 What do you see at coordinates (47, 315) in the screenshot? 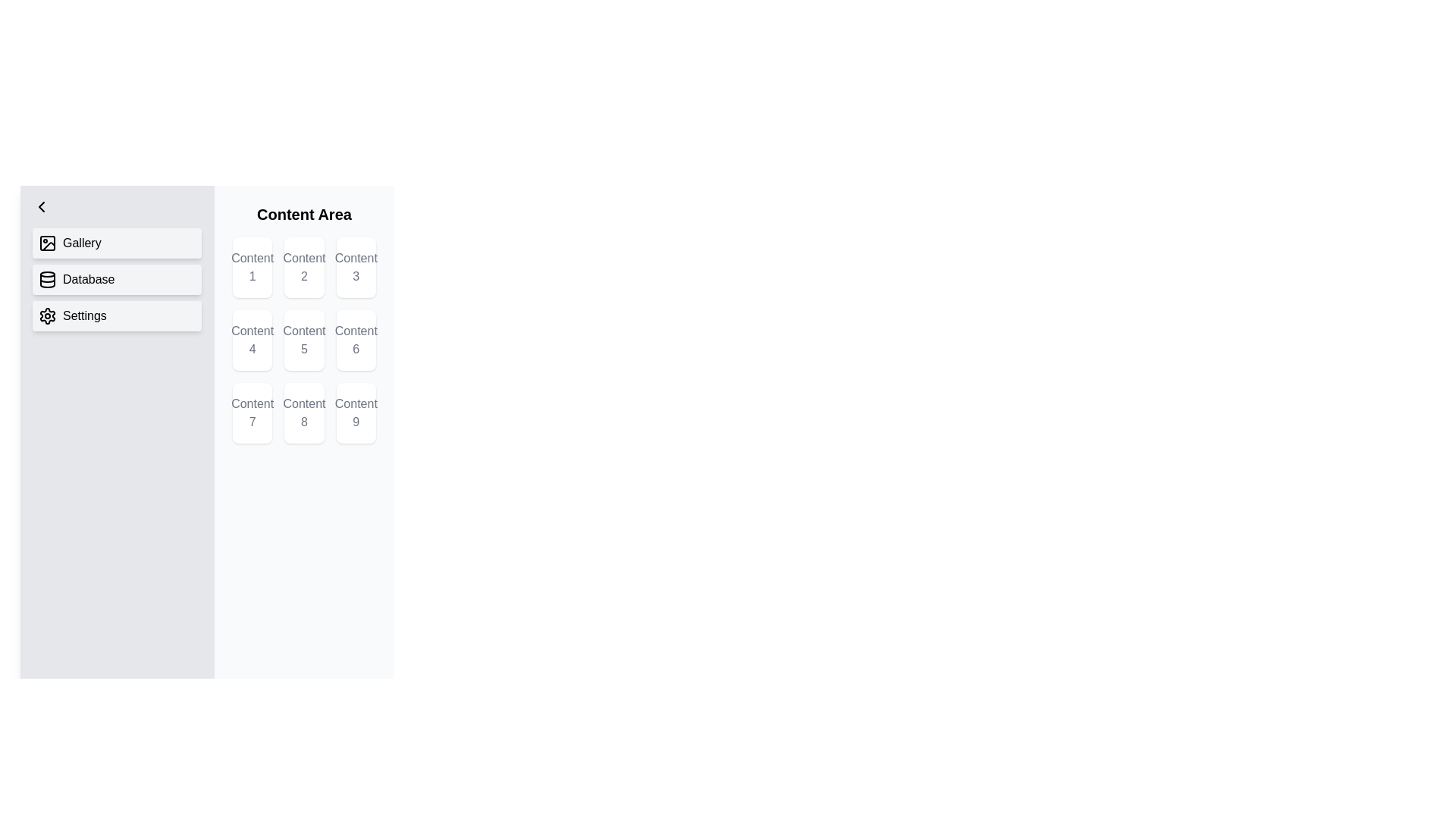
I see `the gear-like icon in the left-hand vertical navigation column` at bounding box center [47, 315].